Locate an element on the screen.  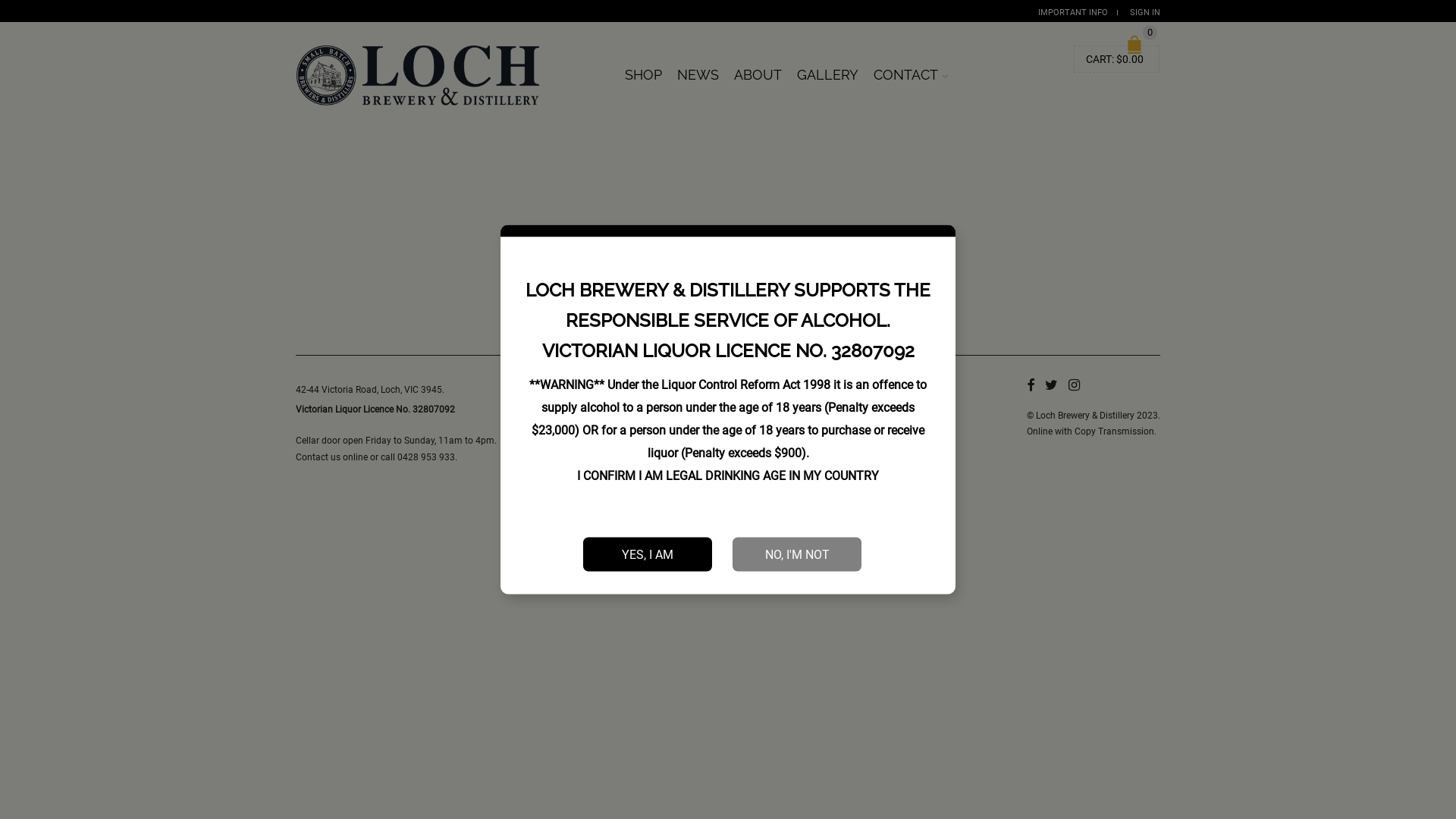
'ABOUT' is located at coordinates (758, 75).